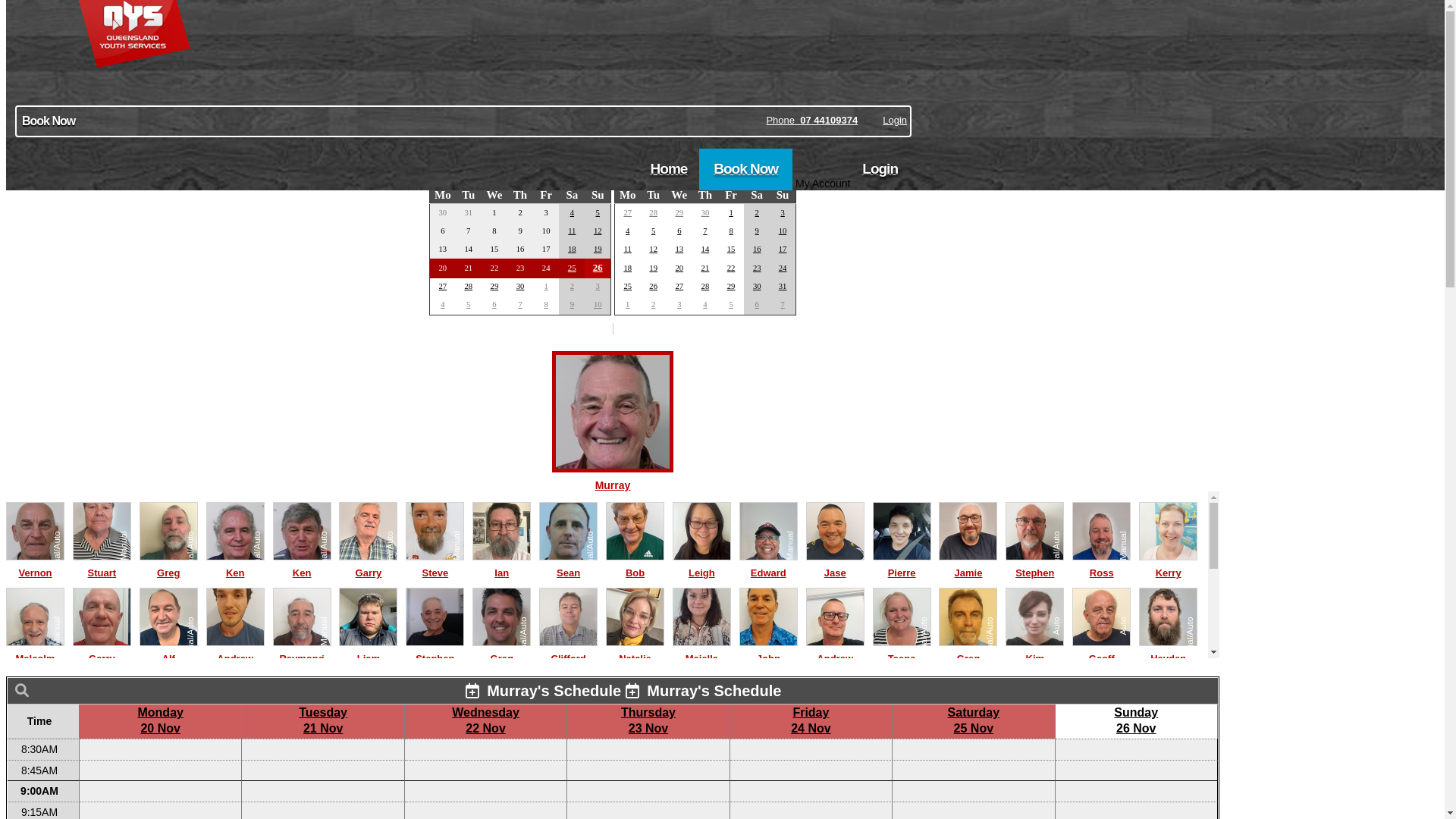 The width and height of the screenshot is (1456, 819). I want to click on 'Christine, so click(234, 736).